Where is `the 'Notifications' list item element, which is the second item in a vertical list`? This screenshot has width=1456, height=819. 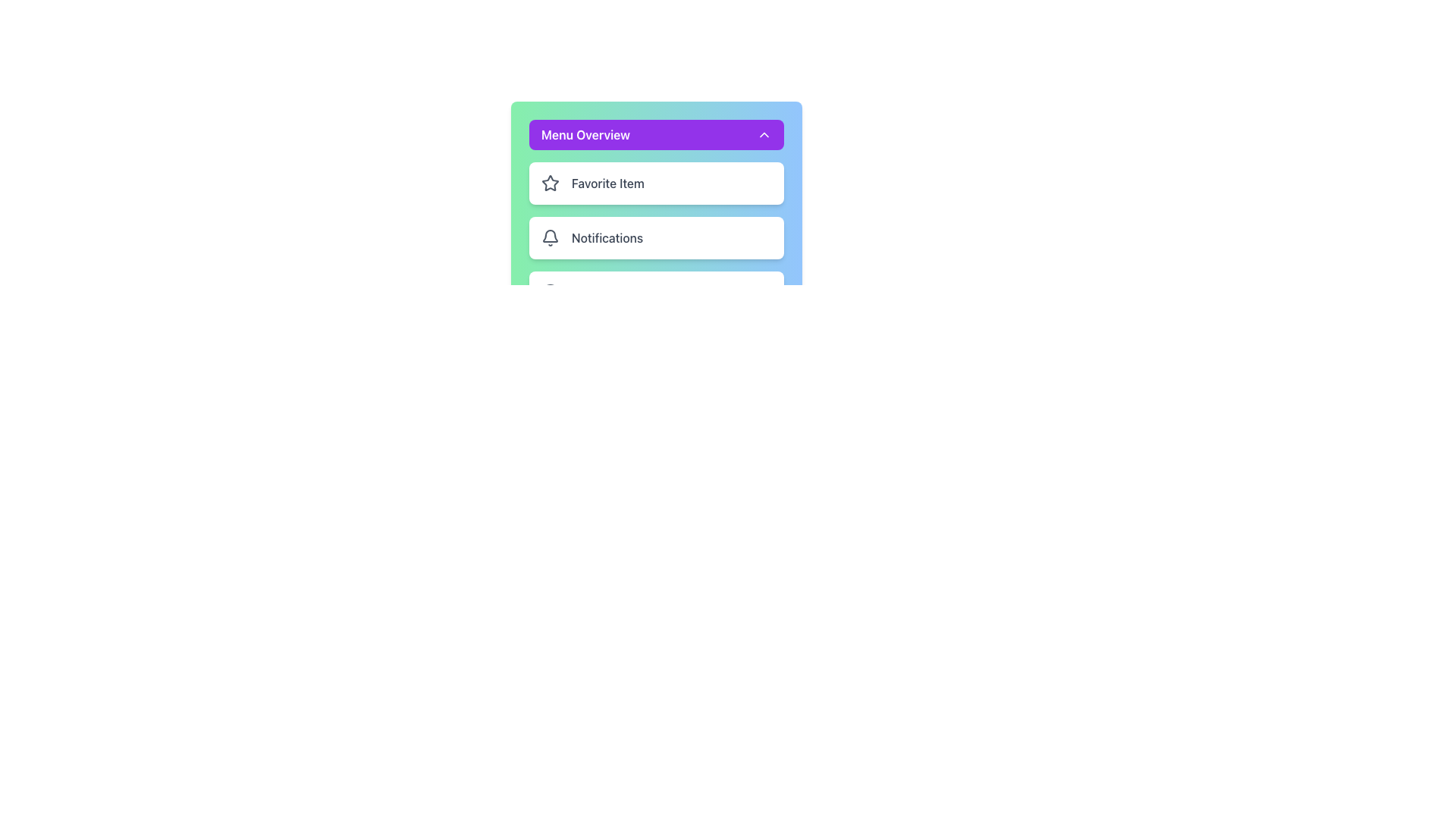 the 'Notifications' list item element, which is the second item in a vertical list is located at coordinates (656, 216).